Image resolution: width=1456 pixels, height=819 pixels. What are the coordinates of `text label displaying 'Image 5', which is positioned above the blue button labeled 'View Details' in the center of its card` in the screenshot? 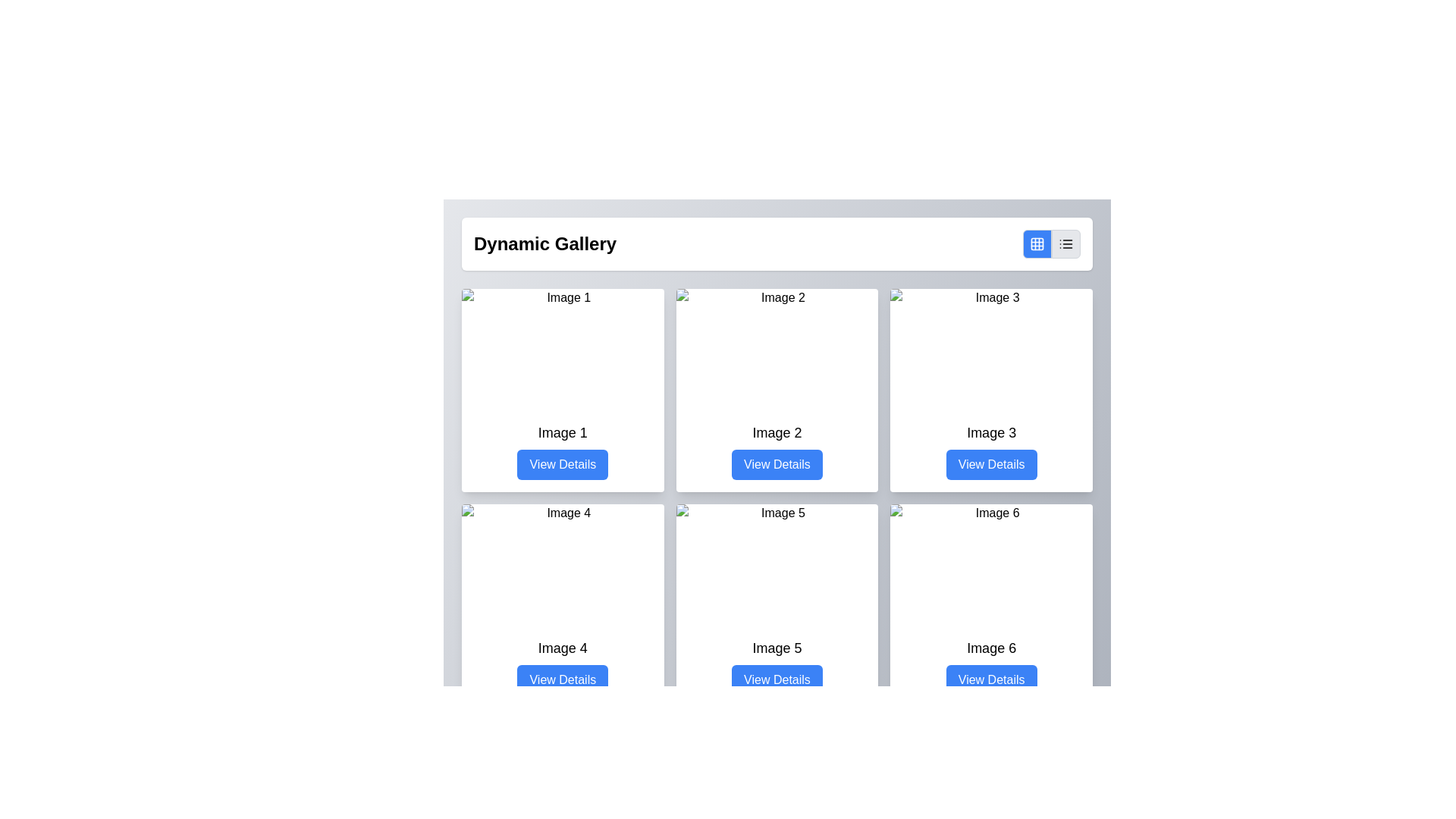 It's located at (777, 648).